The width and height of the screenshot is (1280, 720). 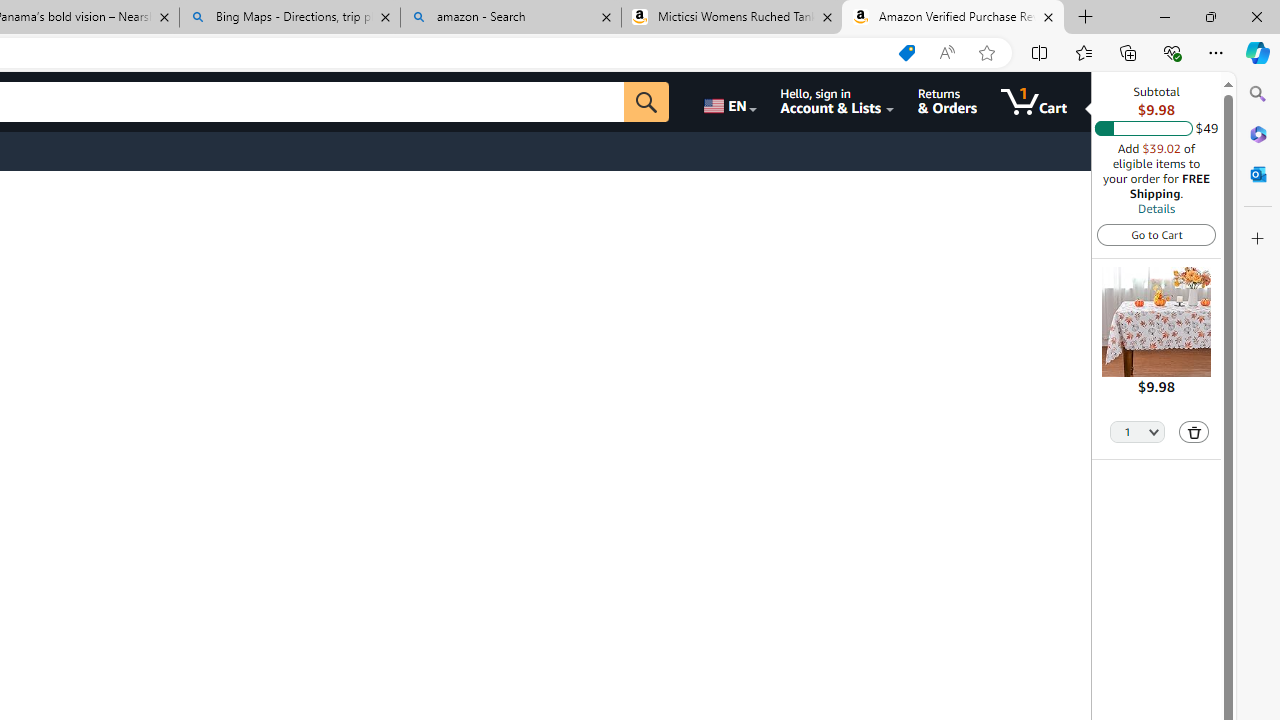 What do you see at coordinates (1034, 101) in the screenshot?
I see `'1 item in cart'` at bounding box center [1034, 101].